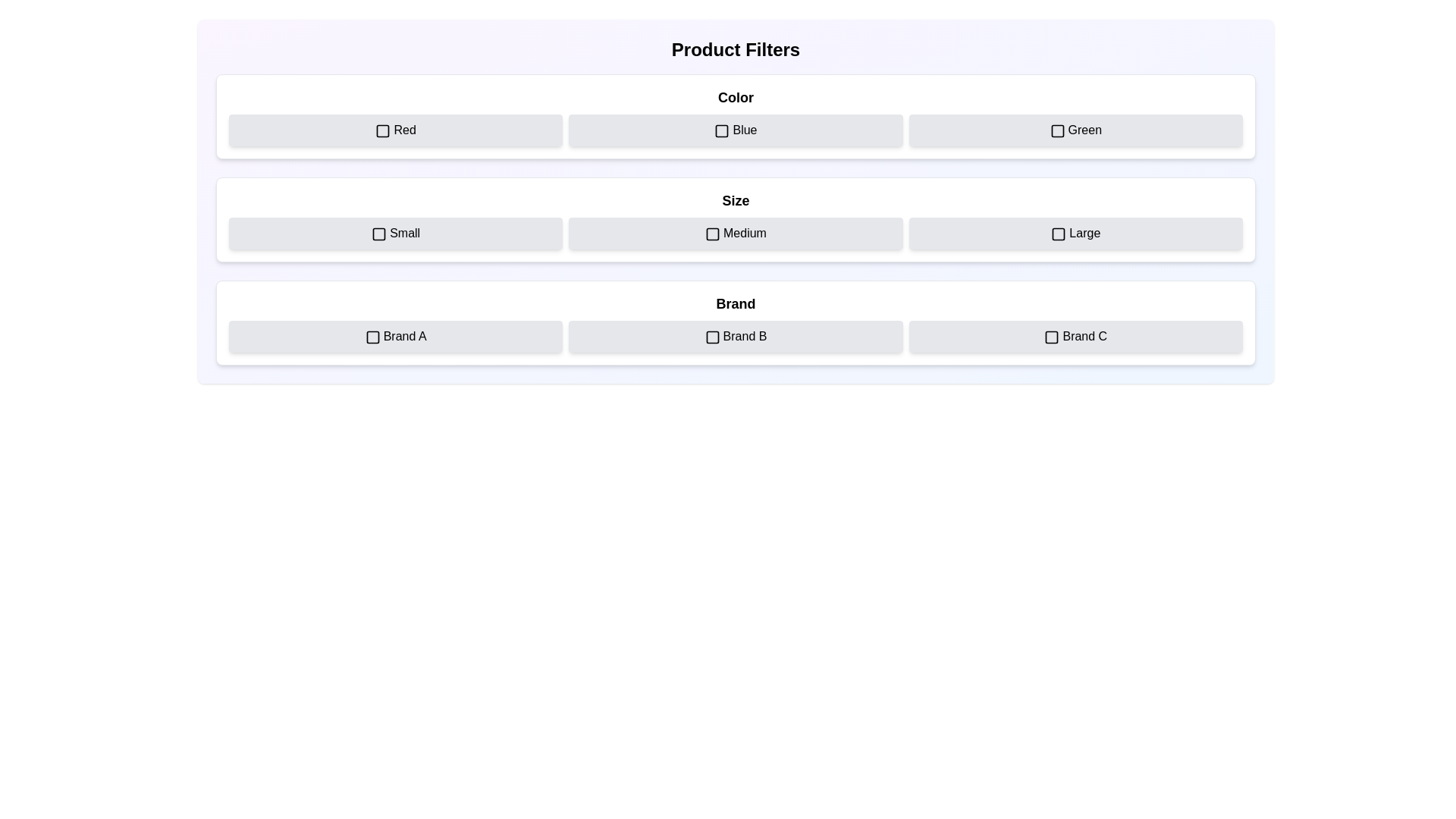 The height and width of the screenshot is (819, 1456). I want to click on the checkbox, so click(736, 130).